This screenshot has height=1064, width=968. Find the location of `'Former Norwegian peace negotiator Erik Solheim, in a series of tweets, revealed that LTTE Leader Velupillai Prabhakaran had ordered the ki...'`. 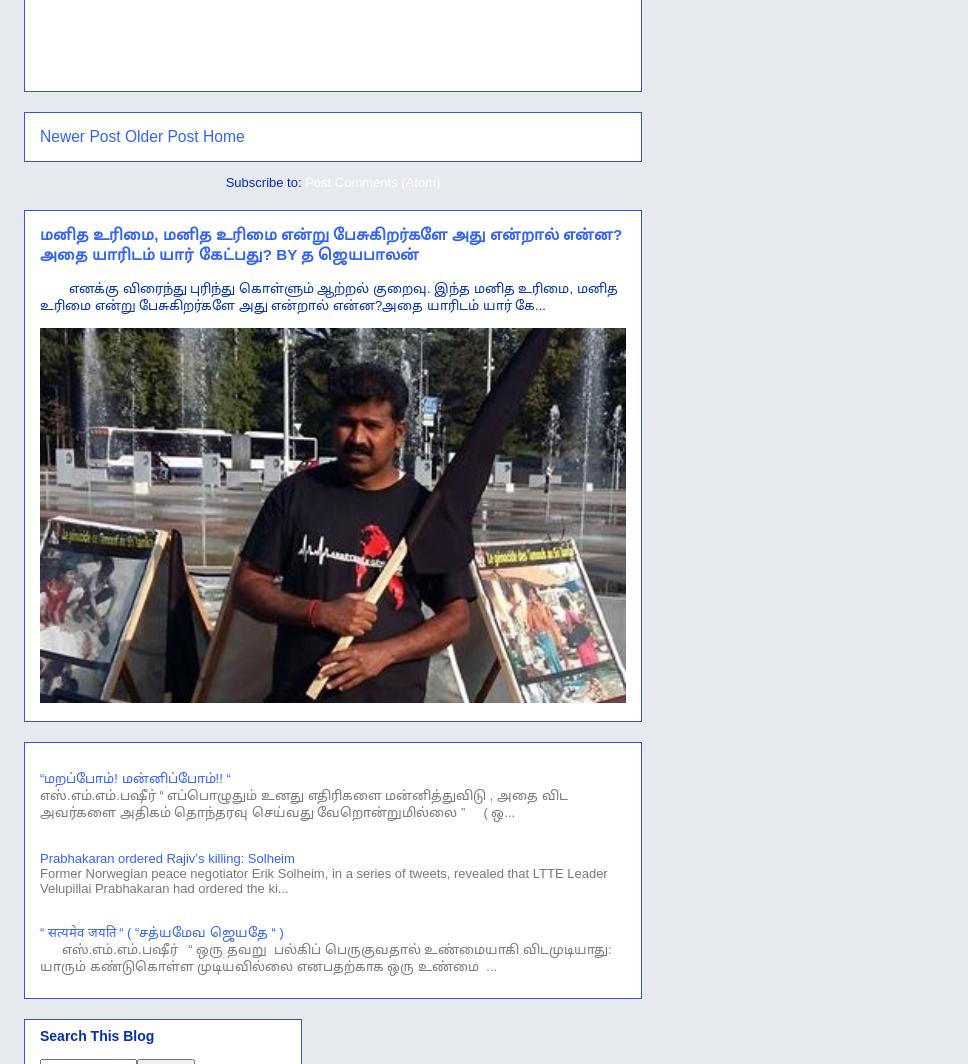

'Former Norwegian peace negotiator Erik Solheim, in a series of tweets, revealed that LTTE Leader Velupillai Prabhakaran had ordered the ki...' is located at coordinates (39, 880).